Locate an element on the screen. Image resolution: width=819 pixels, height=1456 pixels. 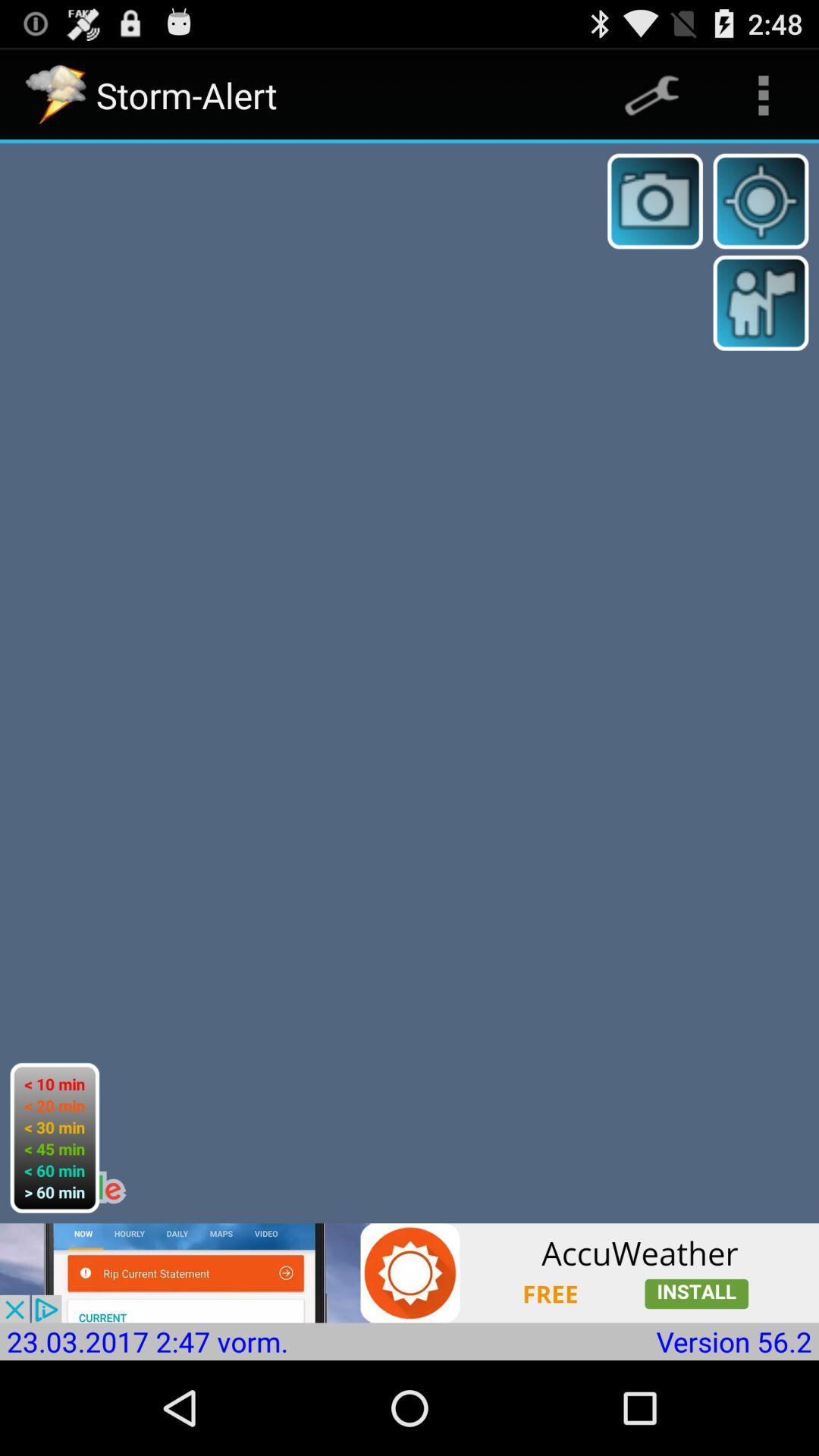
camera is located at coordinates (654, 200).